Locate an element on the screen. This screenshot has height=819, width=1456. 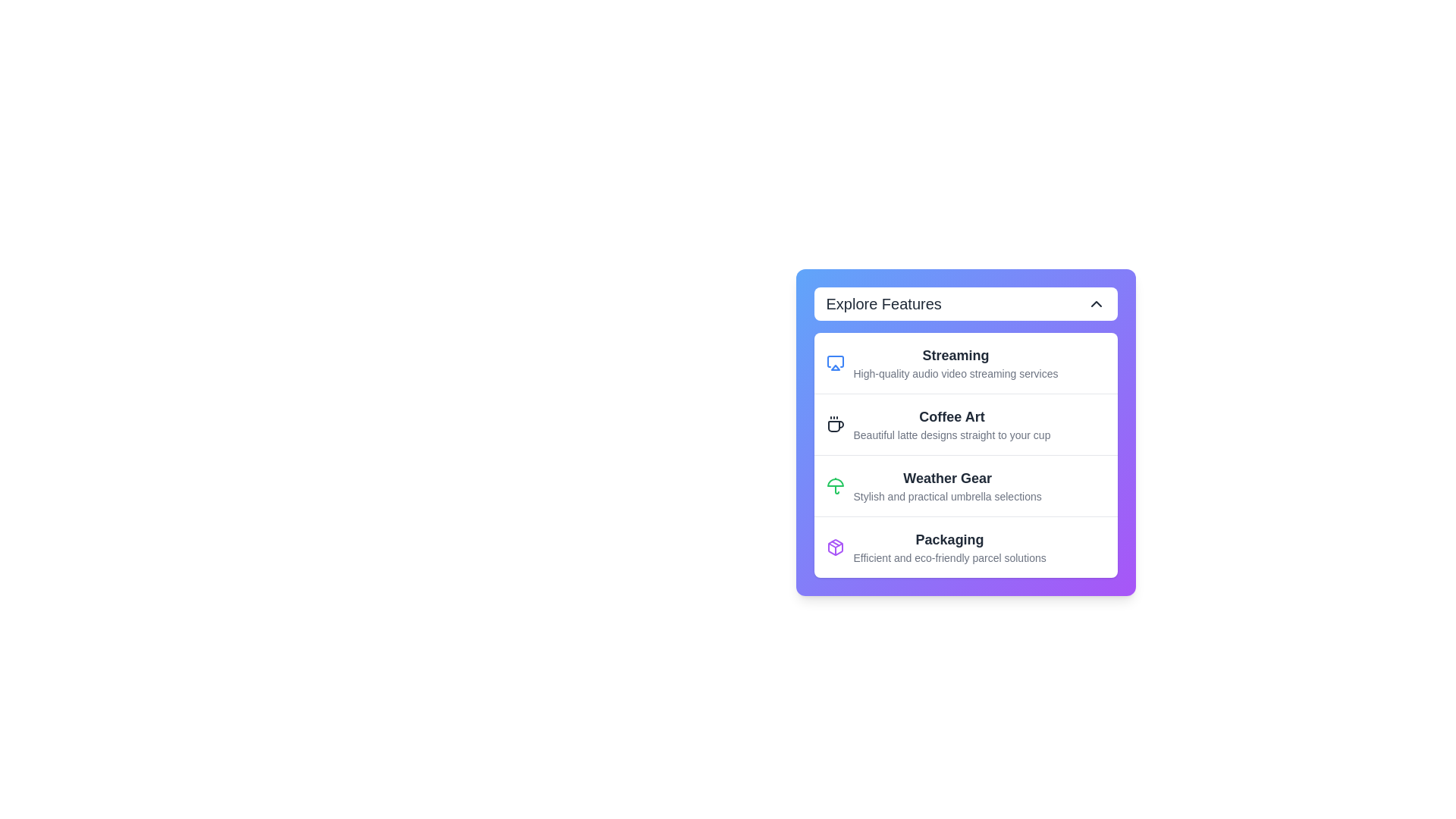
text from the textual description element located at the bottom of the 'Explore Features' section, which provides information about packaging services is located at coordinates (949, 547).